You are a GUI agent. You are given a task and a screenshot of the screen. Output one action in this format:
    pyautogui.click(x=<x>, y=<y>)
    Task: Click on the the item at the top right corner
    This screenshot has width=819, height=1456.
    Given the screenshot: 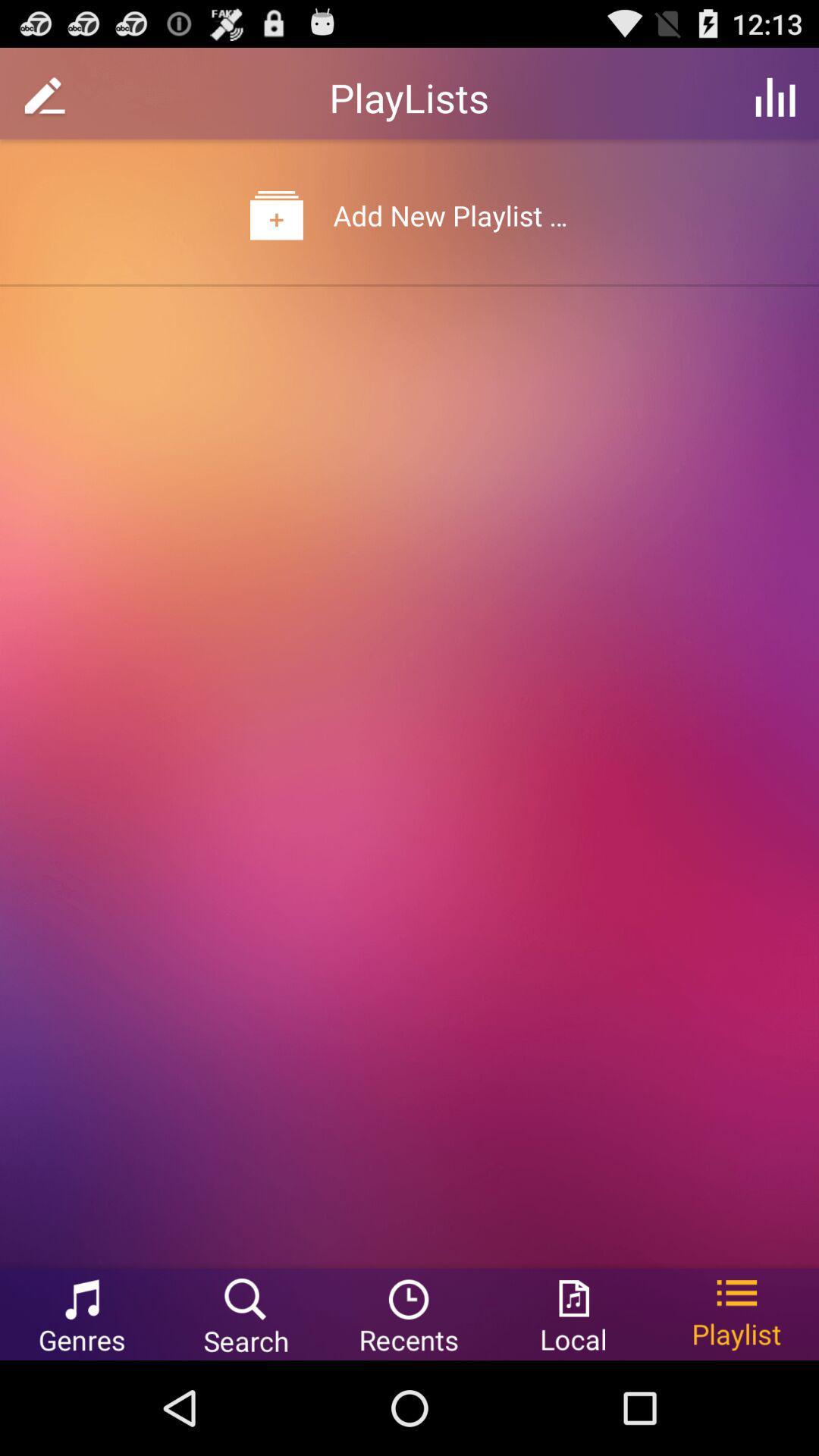 What is the action you would take?
    pyautogui.click(x=775, y=96)
    